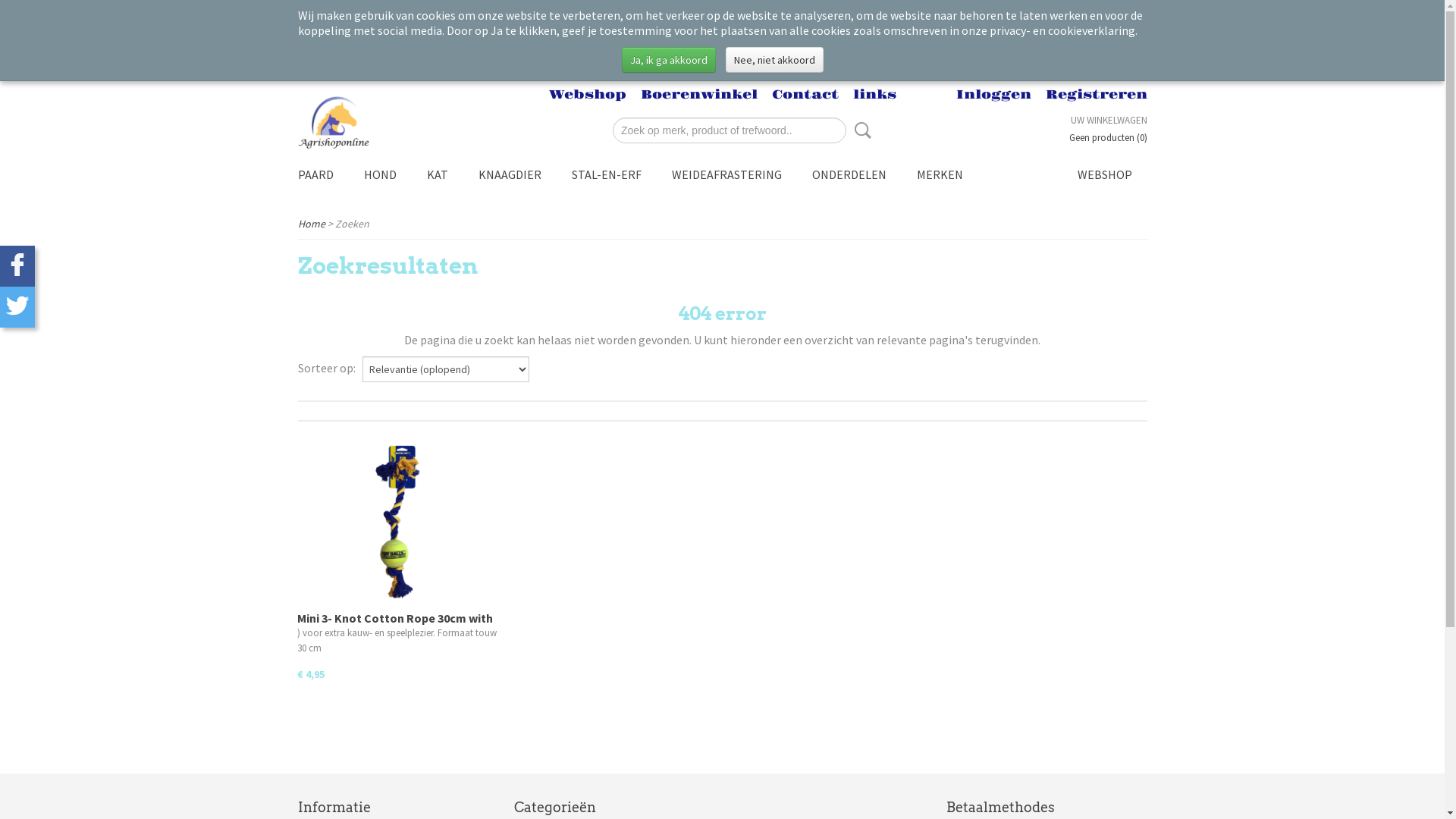  Describe the element at coordinates (17, 307) in the screenshot. I see `'Deel deze pagina op Twitter'` at that location.